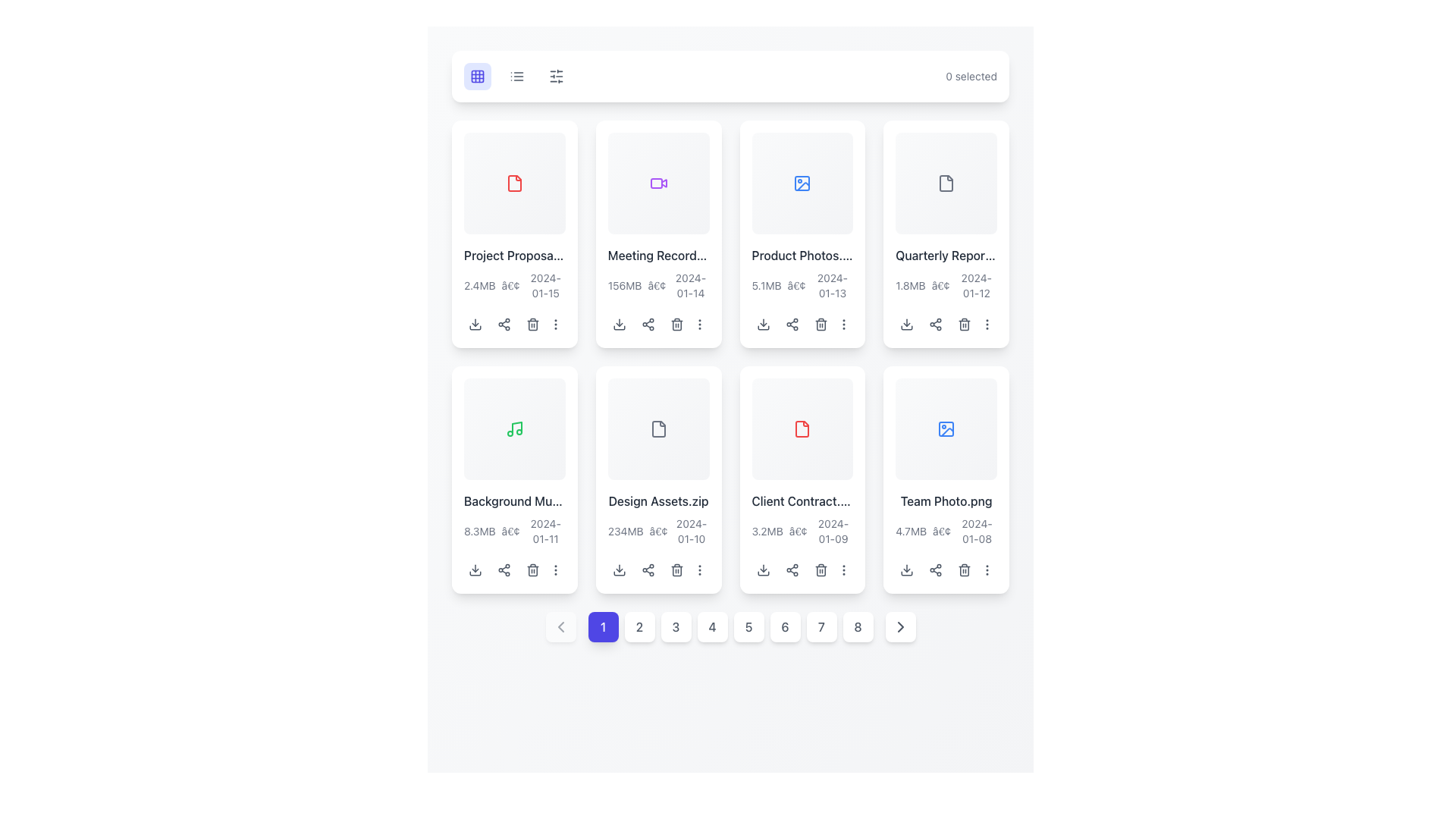 This screenshot has height=819, width=1456. What do you see at coordinates (639, 626) in the screenshot?
I see `the square-shaped button with rounded corners that has the number '2' centered in dark gray font, located` at bounding box center [639, 626].